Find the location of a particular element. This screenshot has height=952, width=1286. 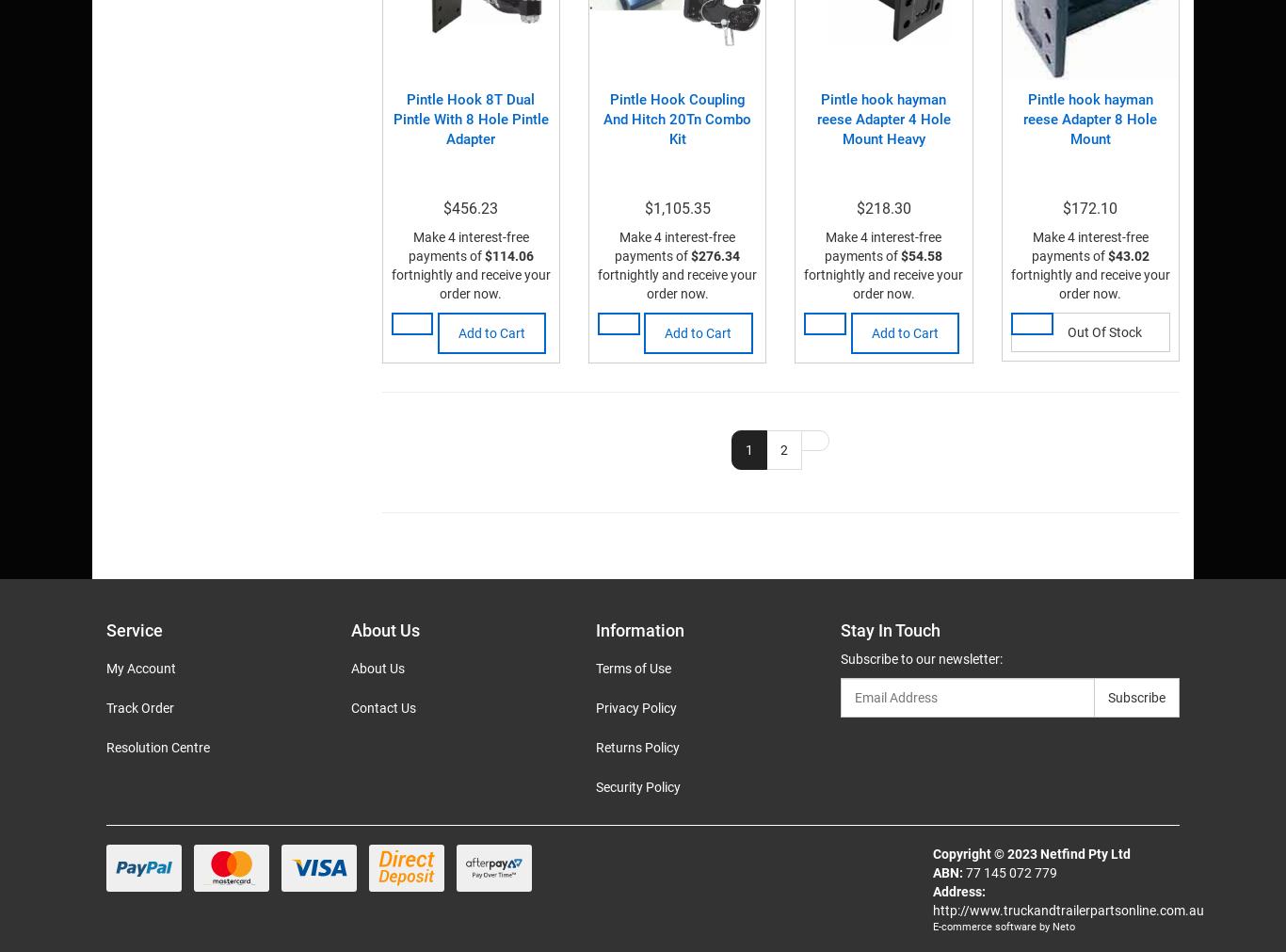

'Pintle Hook 8T Dual Pintle With 8 Hole Pintle Adapter' is located at coordinates (470, 118).